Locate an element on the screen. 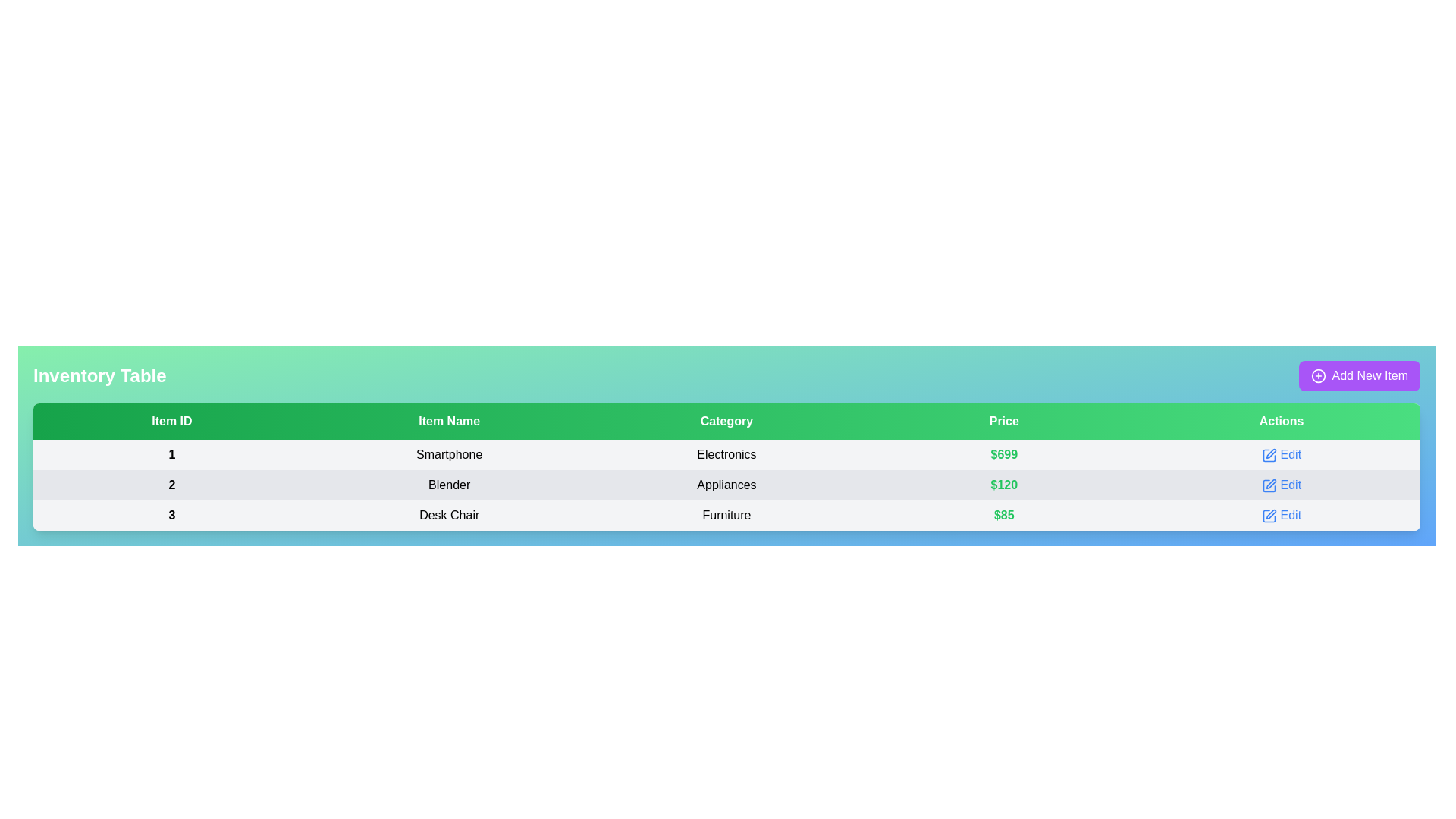  text content of the 'Inventory Table' label which is styled in bold, large white font on a light green background is located at coordinates (99, 375).